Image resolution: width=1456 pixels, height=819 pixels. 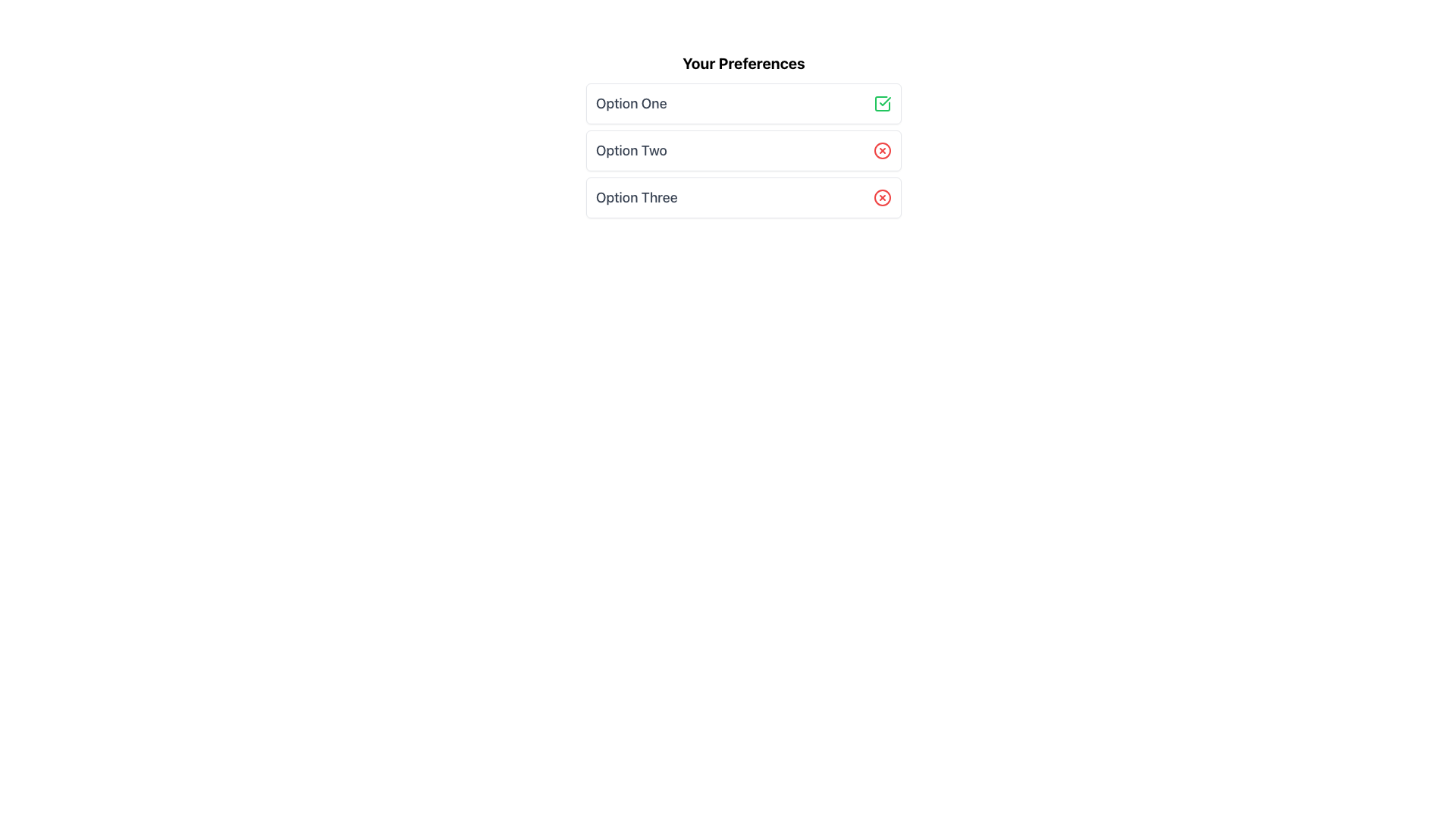 I want to click on the text label displaying 'Option Two', which is the second item in the 'Your Preferences' list, so click(x=631, y=150).